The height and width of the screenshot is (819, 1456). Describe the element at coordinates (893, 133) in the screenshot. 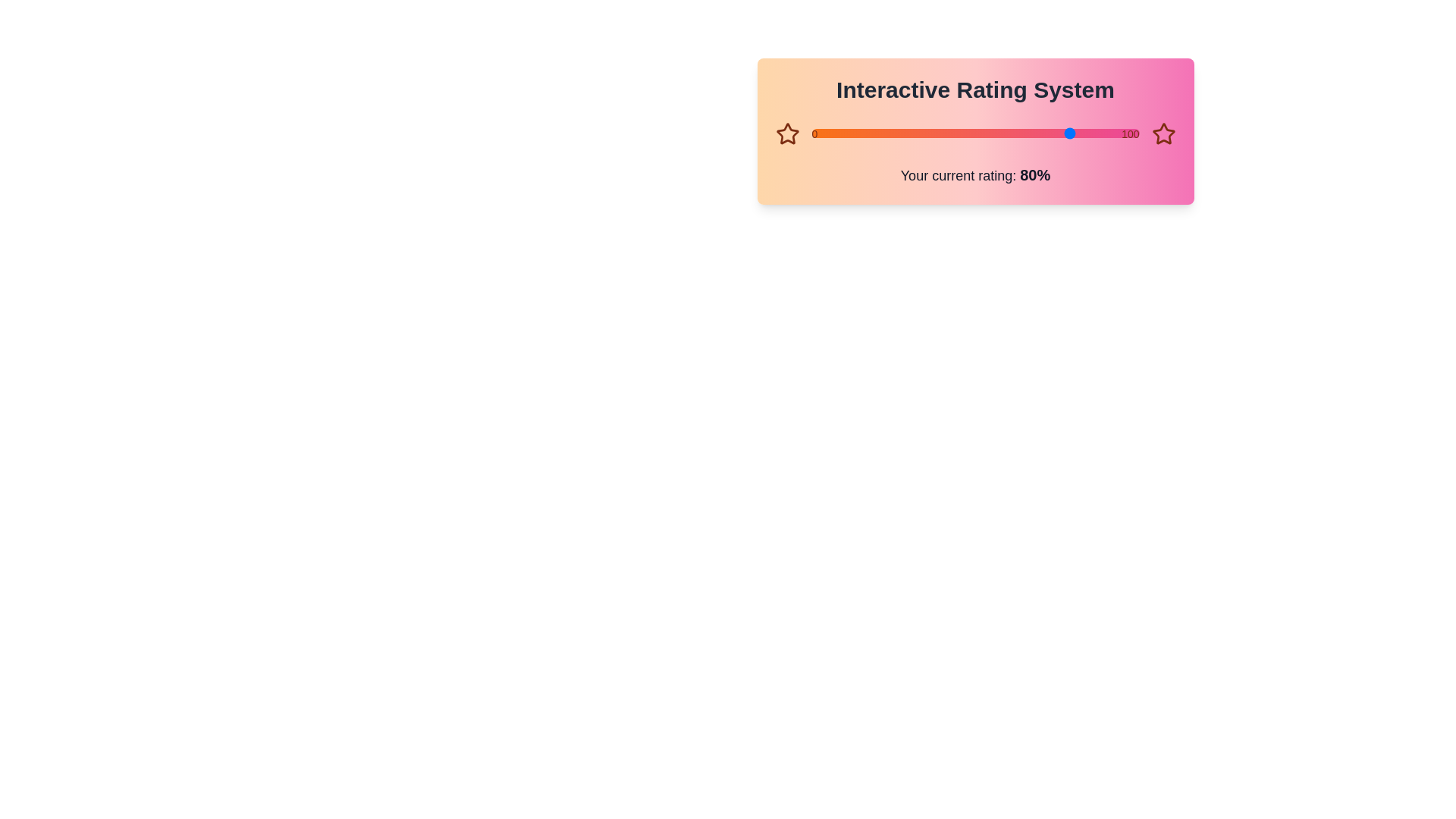

I see `the slider track to set the rating to 25%` at that location.